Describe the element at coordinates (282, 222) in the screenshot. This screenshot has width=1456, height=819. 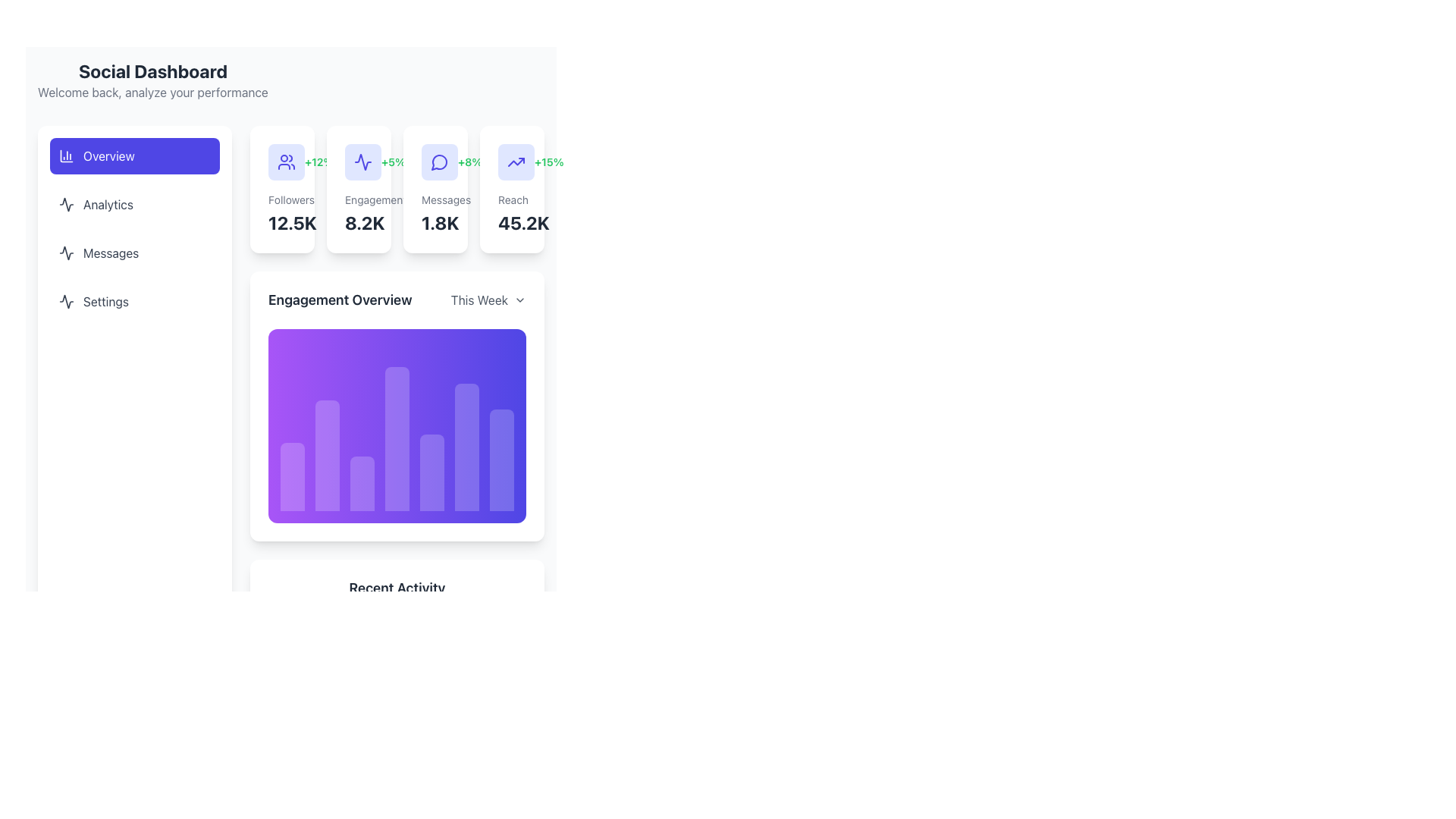
I see `the value displayed as '12.5K' in bold dark gray text located at the lower section of the leftmost card within the dashboard interface` at that location.